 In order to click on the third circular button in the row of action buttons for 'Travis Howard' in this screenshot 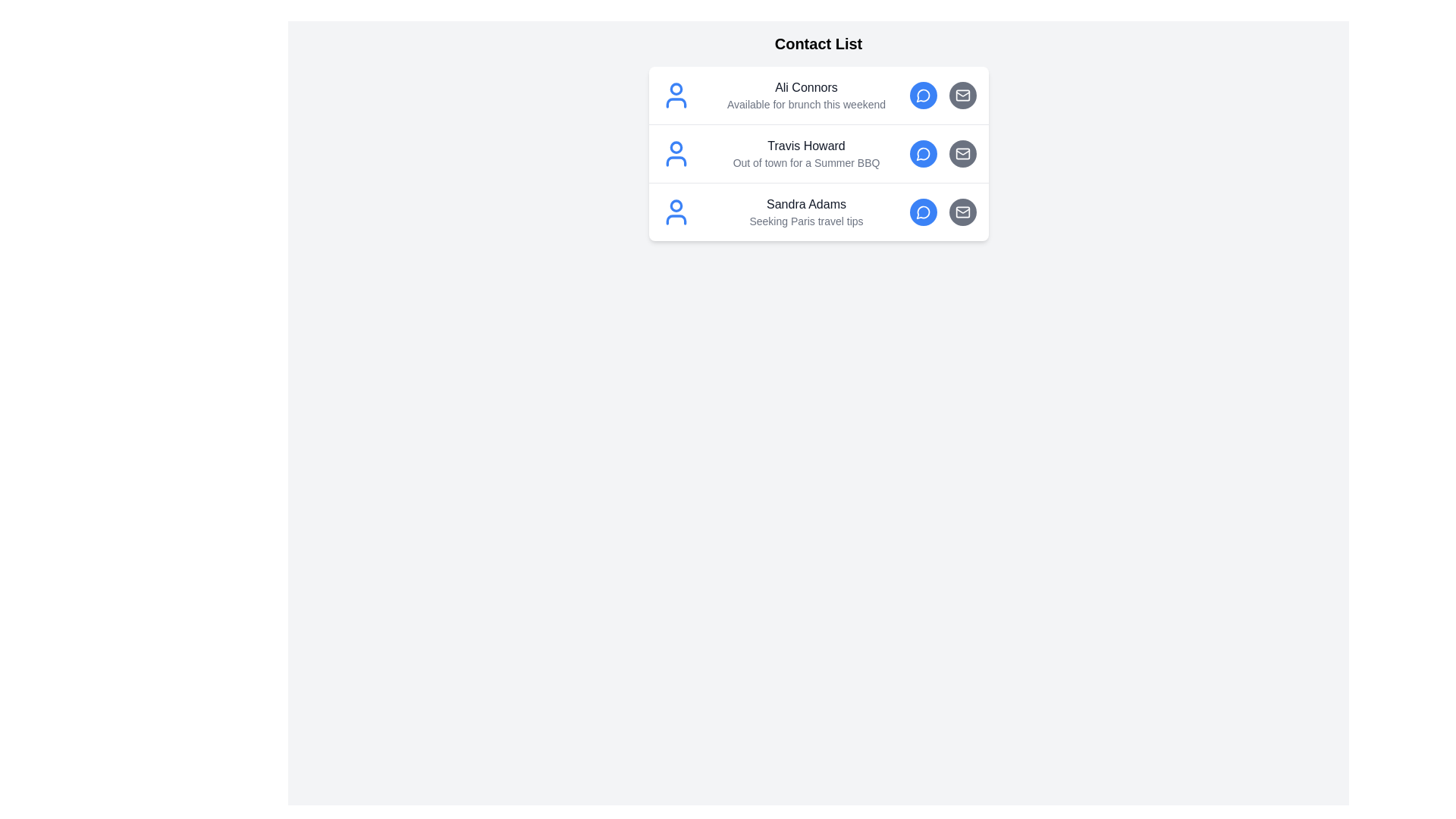, I will do `click(962, 154)`.